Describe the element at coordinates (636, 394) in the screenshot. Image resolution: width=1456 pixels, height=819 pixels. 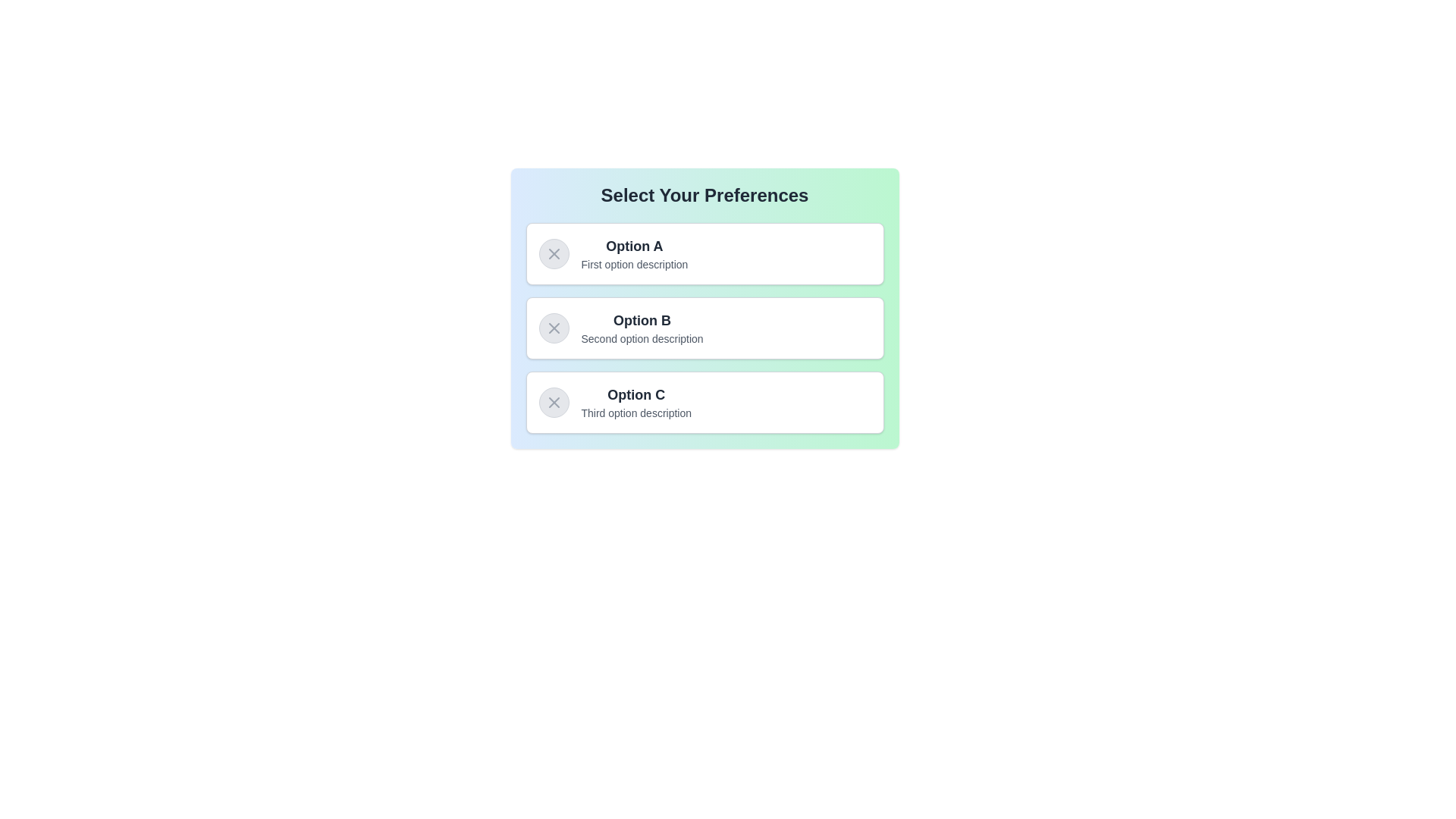
I see `the text label 'Option C', which is bold and larger than surrounding text, located above the description 'Third option description' and to the right of a circular icon` at that location.